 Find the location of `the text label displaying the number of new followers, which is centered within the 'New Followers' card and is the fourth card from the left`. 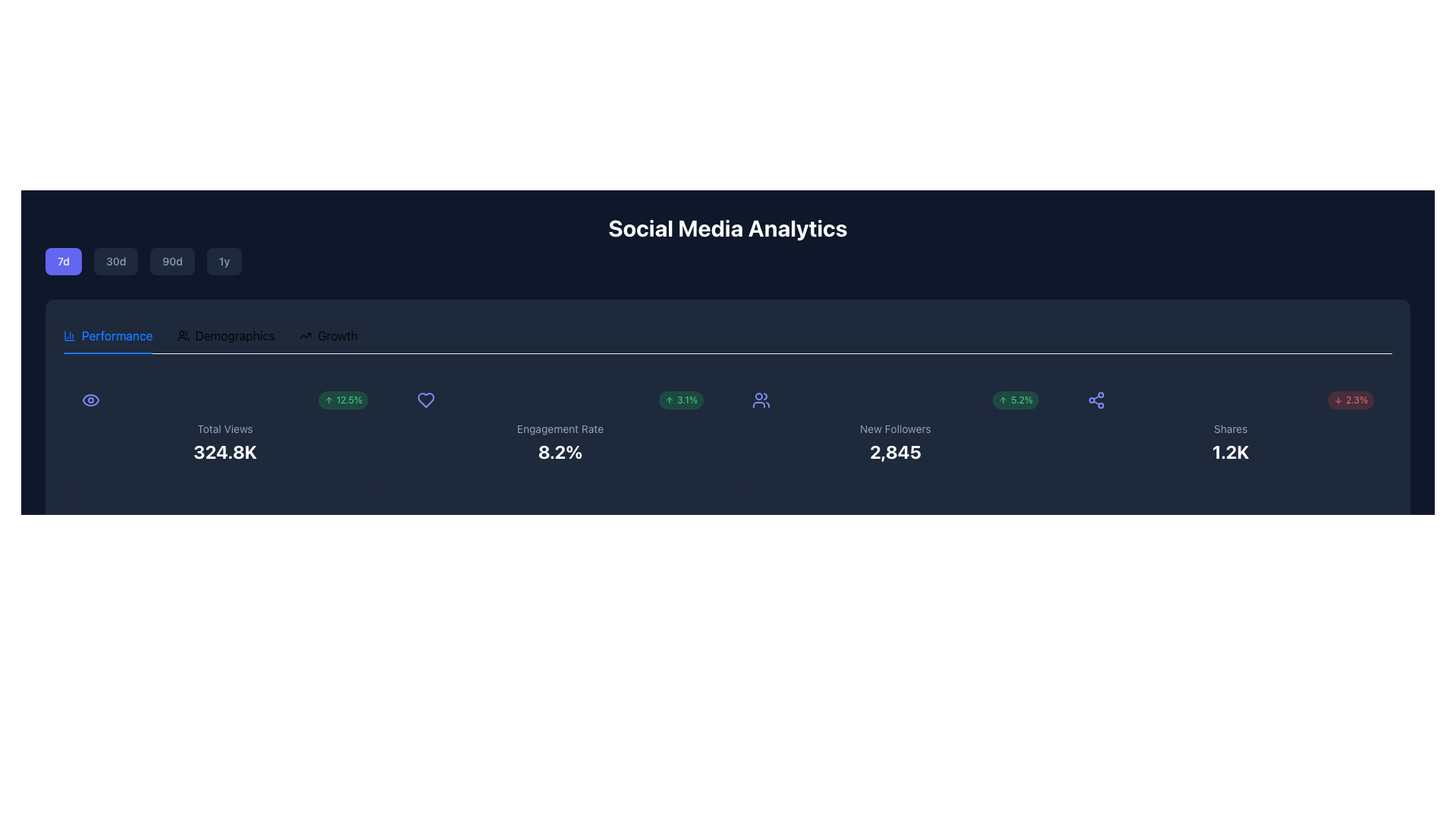

the text label displaying the number of new followers, which is centered within the 'New Followers' card and is the fourth card from the left is located at coordinates (895, 451).